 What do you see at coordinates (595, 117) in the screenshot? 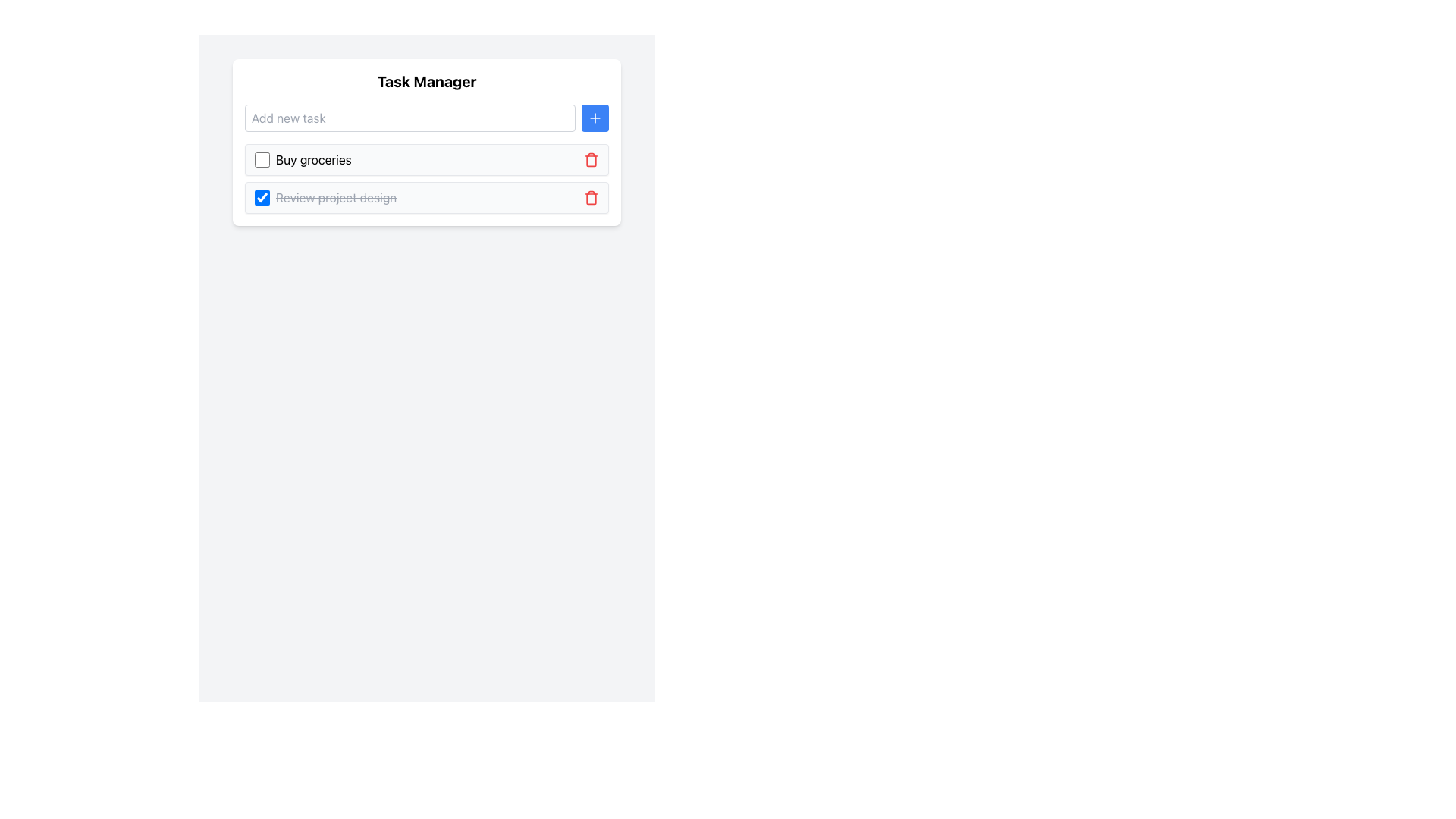
I see `the blue button with a white plus icon located at the right end of the top bar` at bounding box center [595, 117].